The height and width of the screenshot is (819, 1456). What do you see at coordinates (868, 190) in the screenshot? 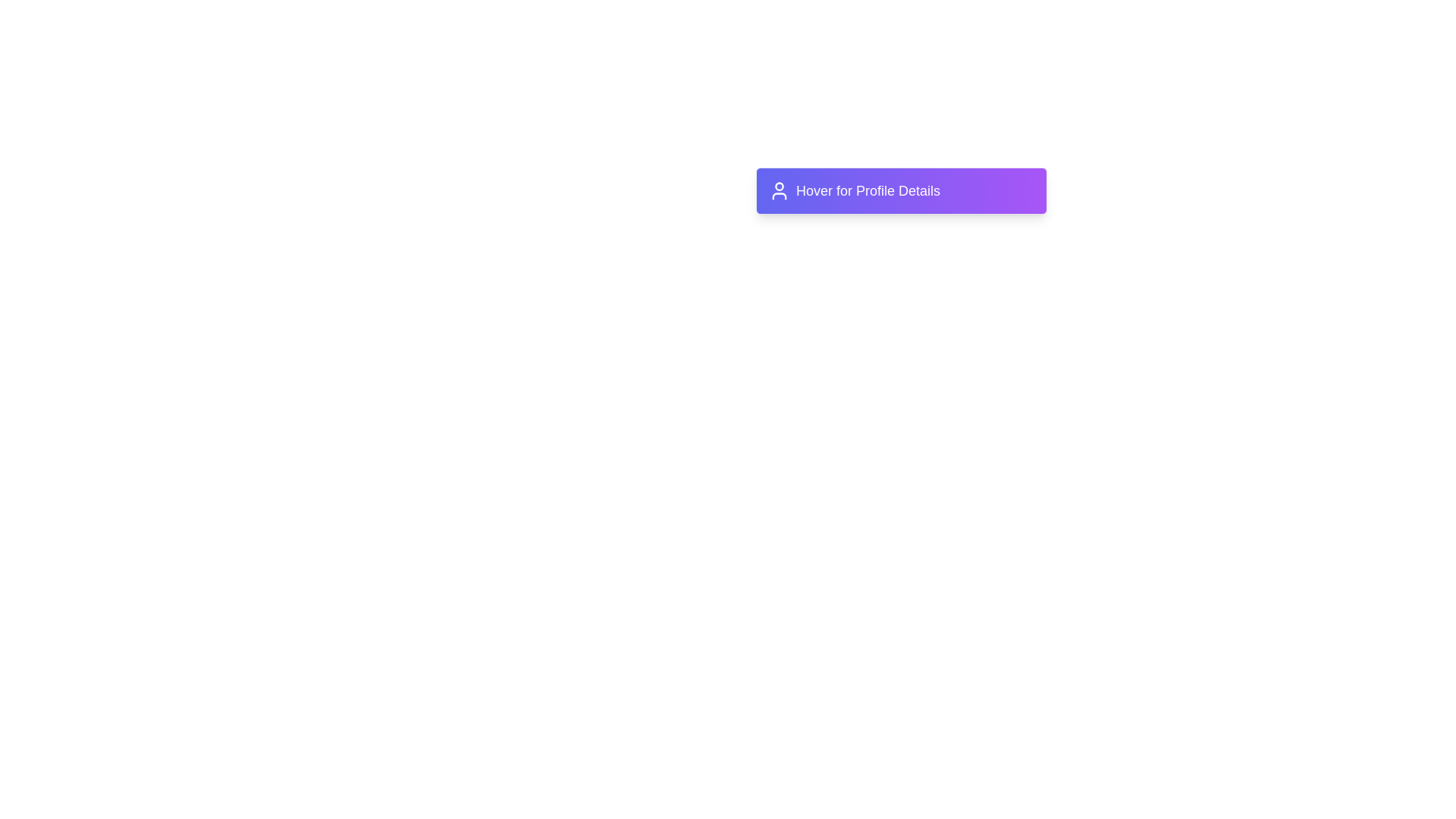
I see `the Text label located towards the center-right side of the horizontal bar, which provides instructions` at bounding box center [868, 190].